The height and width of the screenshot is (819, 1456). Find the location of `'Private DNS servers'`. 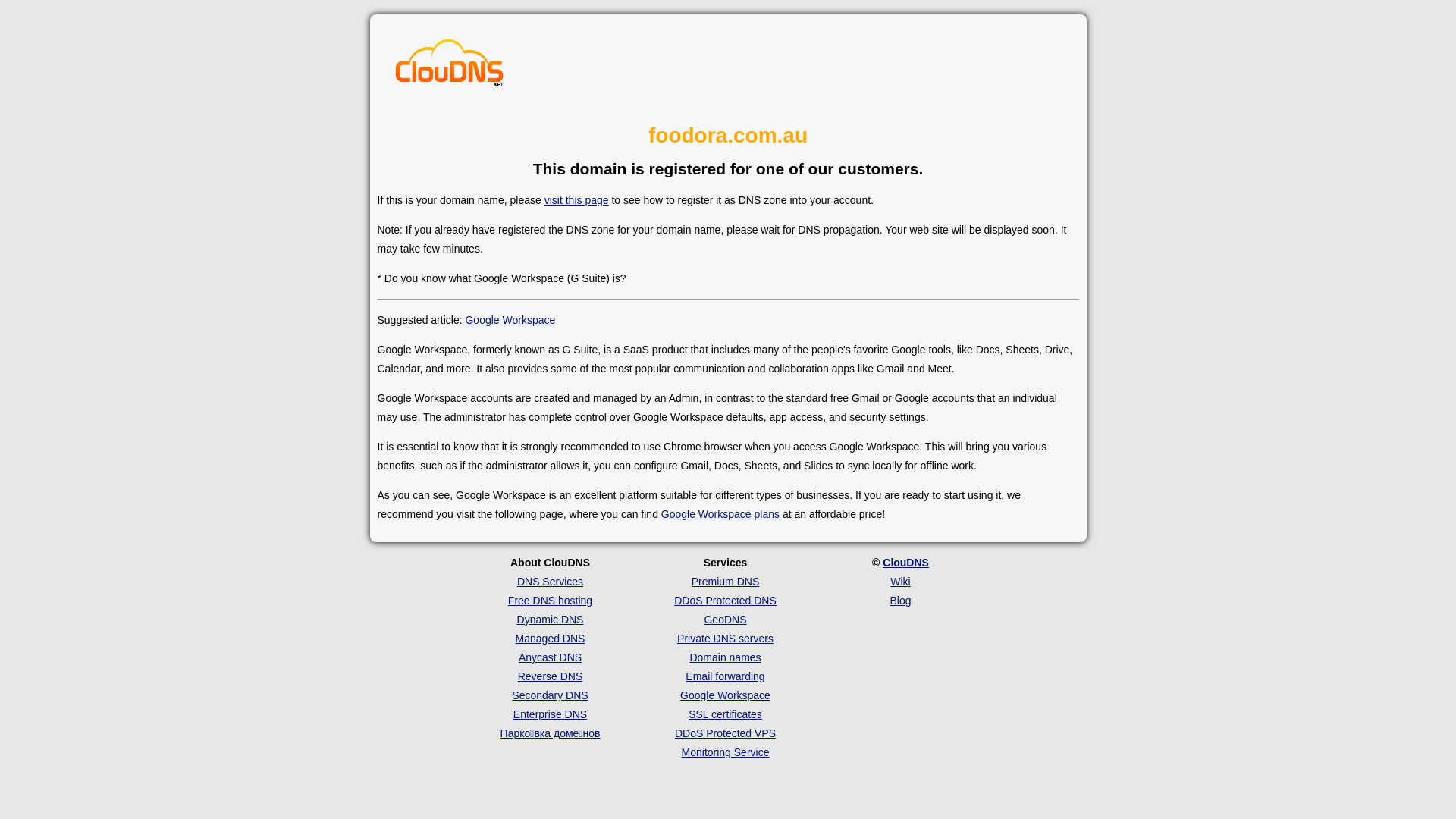

'Private DNS servers' is located at coordinates (724, 638).